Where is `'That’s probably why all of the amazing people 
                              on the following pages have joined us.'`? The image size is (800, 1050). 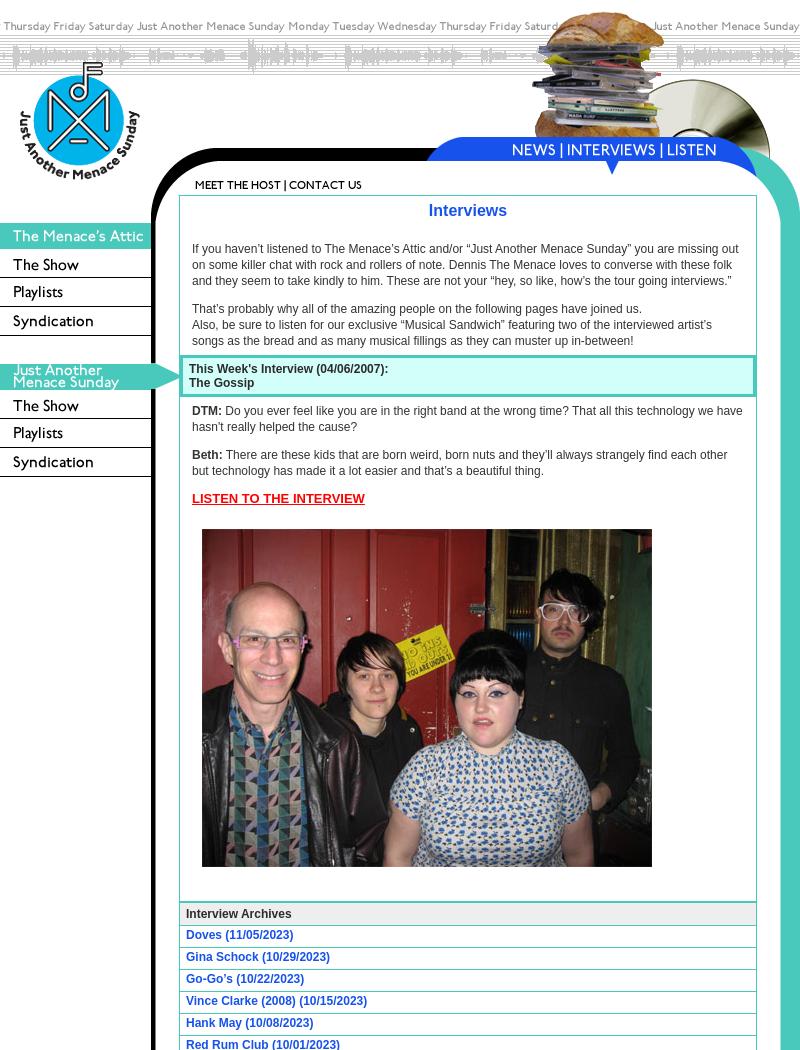
'That’s probably why all of the amazing people 
                              on the following pages have joined us.' is located at coordinates (416, 309).